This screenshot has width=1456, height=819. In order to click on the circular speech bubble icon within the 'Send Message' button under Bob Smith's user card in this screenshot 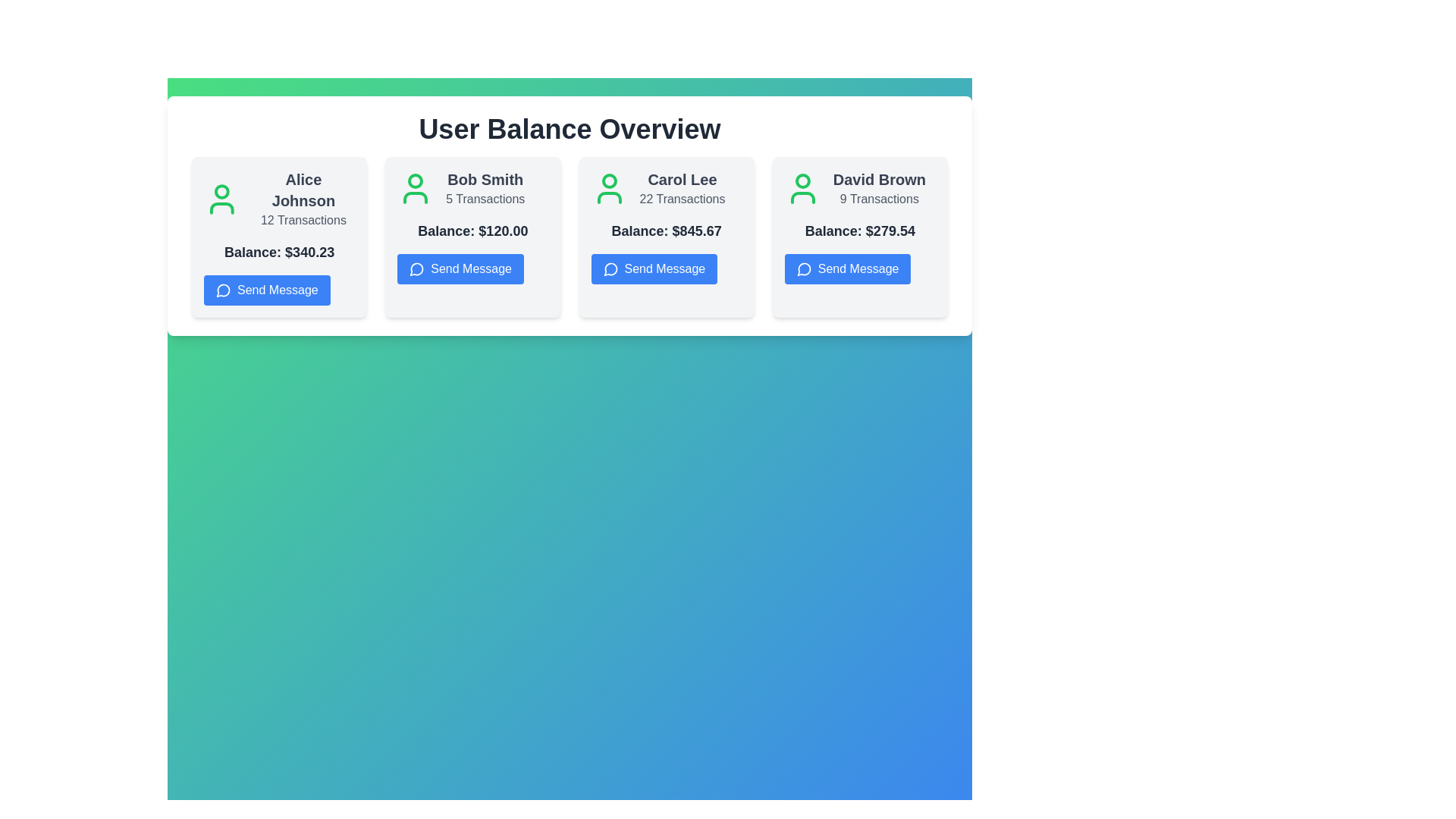, I will do `click(417, 268)`.